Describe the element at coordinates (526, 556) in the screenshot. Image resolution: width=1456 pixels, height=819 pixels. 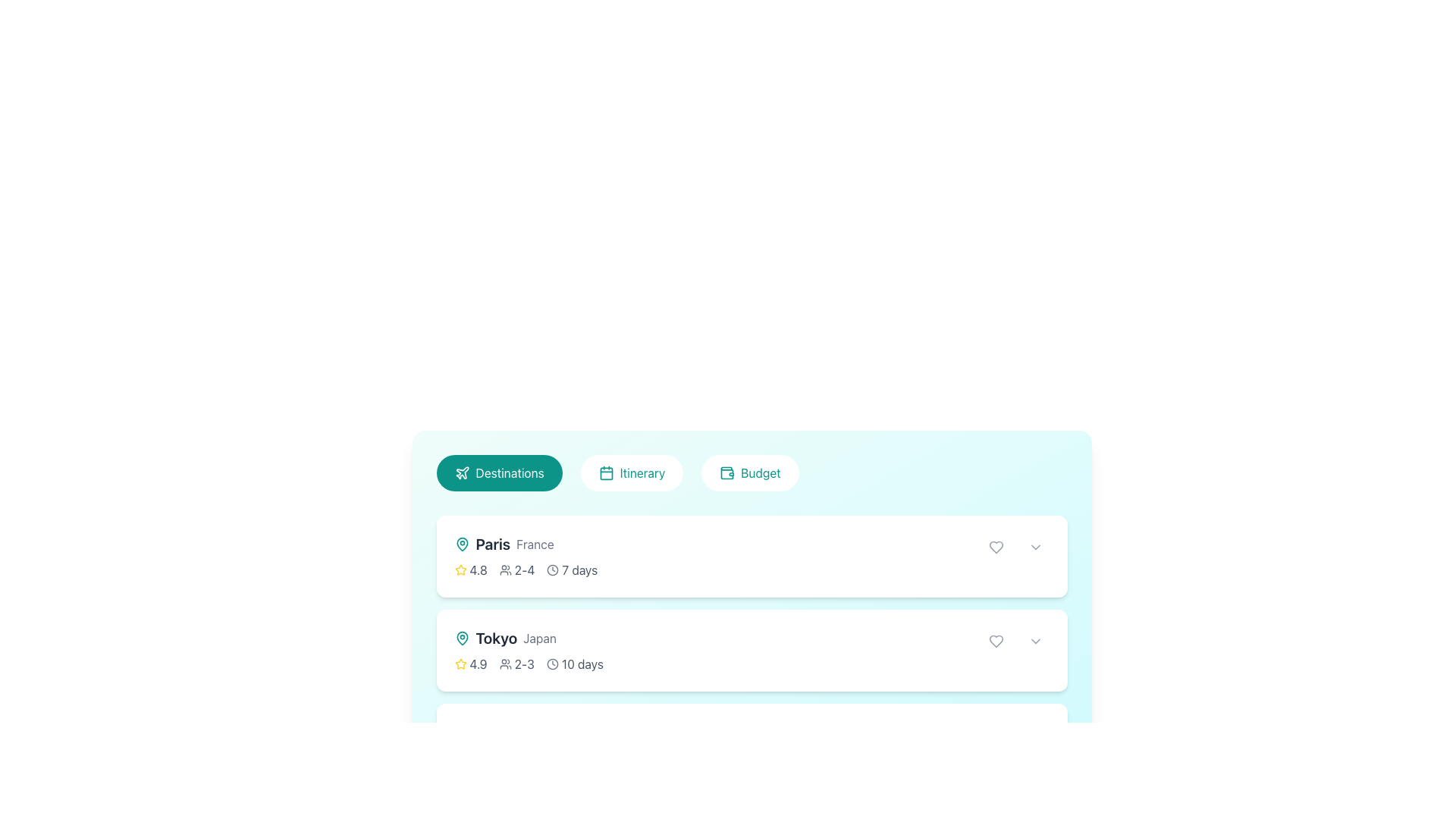
I see `the title 'Paris' or the icons in the information display section for more information about the travel destination` at that location.